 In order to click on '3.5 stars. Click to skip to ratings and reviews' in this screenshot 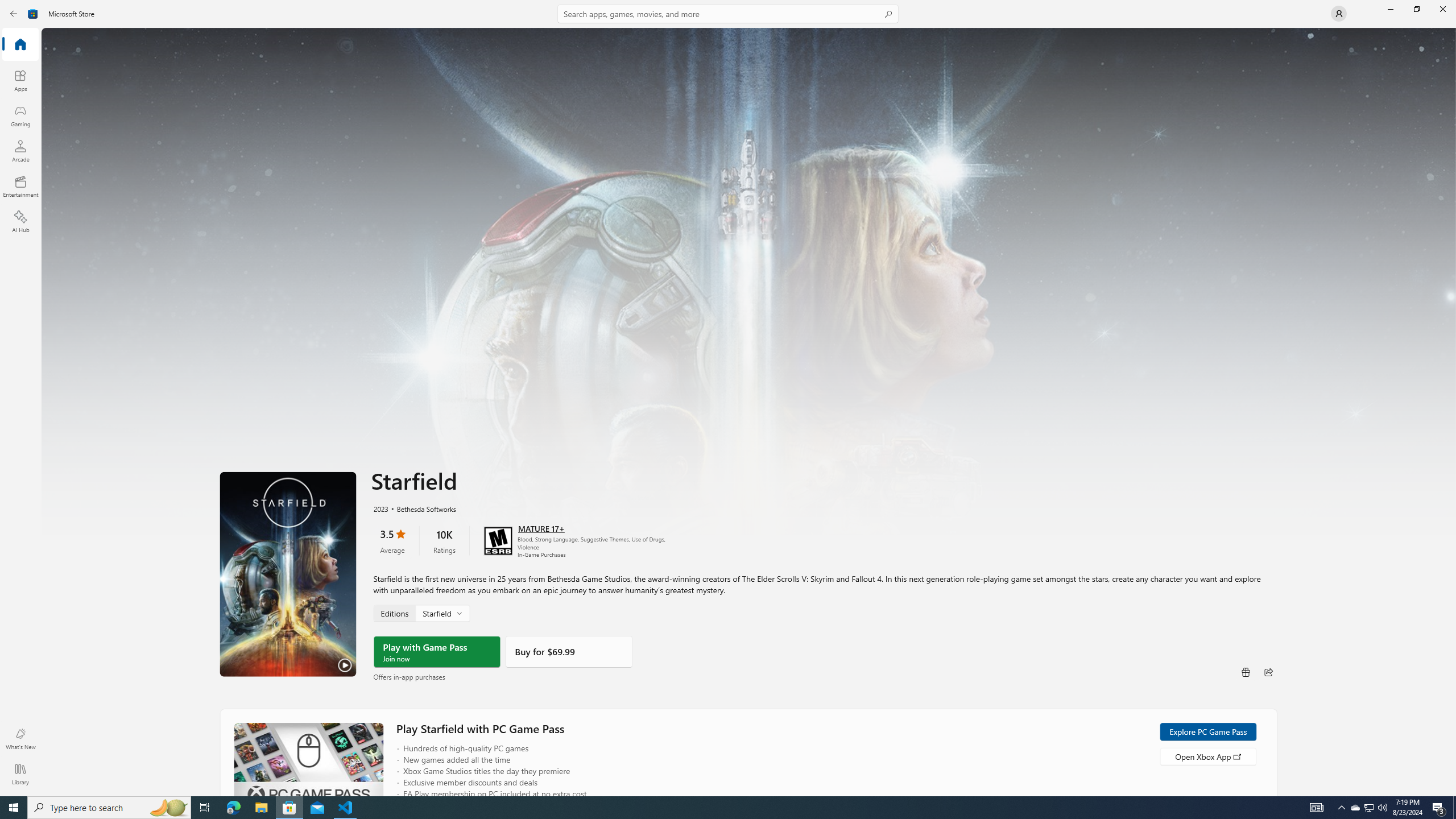, I will do `click(391, 540)`.